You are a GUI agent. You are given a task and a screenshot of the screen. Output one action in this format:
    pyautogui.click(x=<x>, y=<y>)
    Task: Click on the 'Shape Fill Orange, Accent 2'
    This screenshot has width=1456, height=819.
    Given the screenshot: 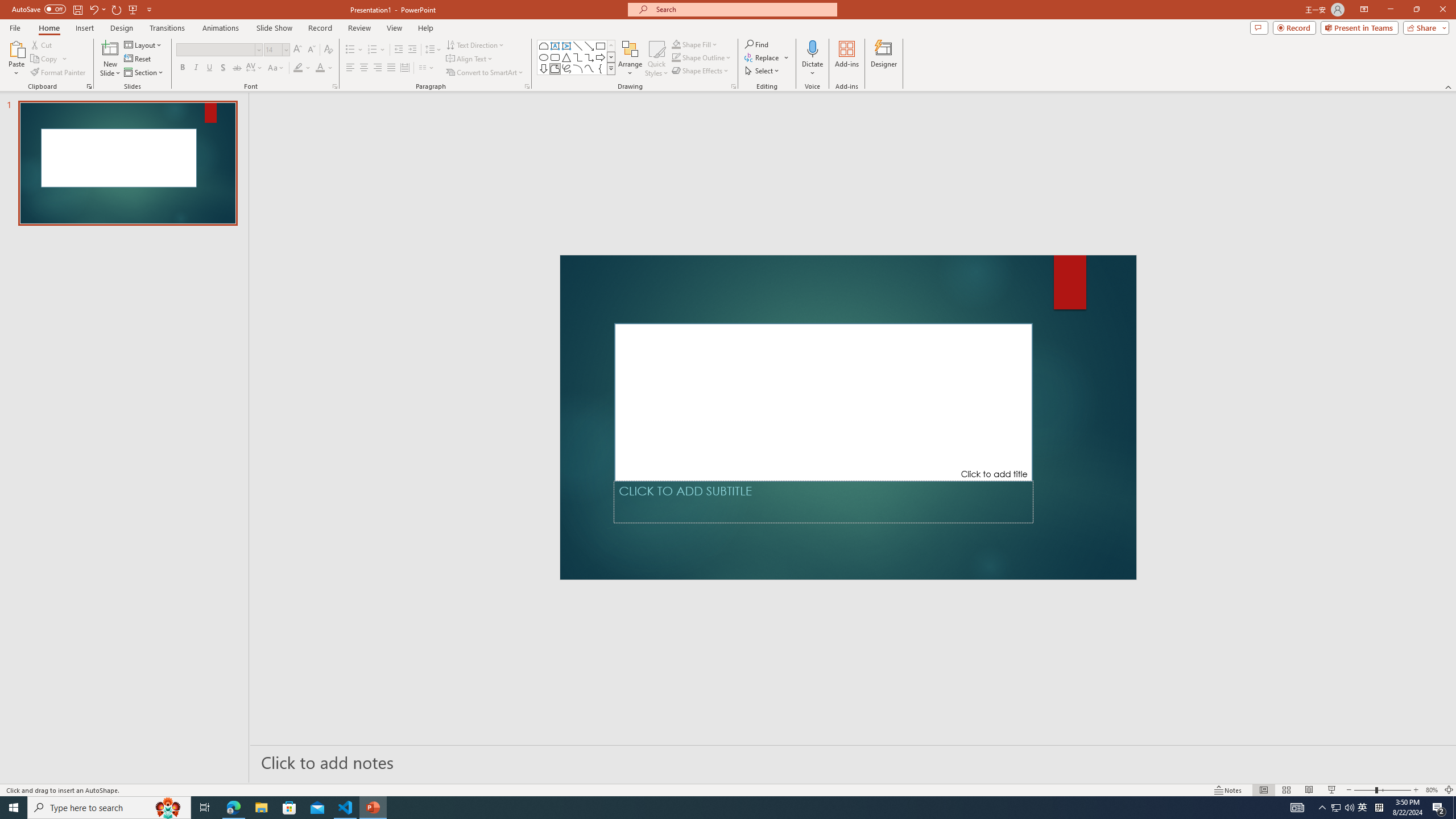 What is the action you would take?
    pyautogui.click(x=676, y=44)
    